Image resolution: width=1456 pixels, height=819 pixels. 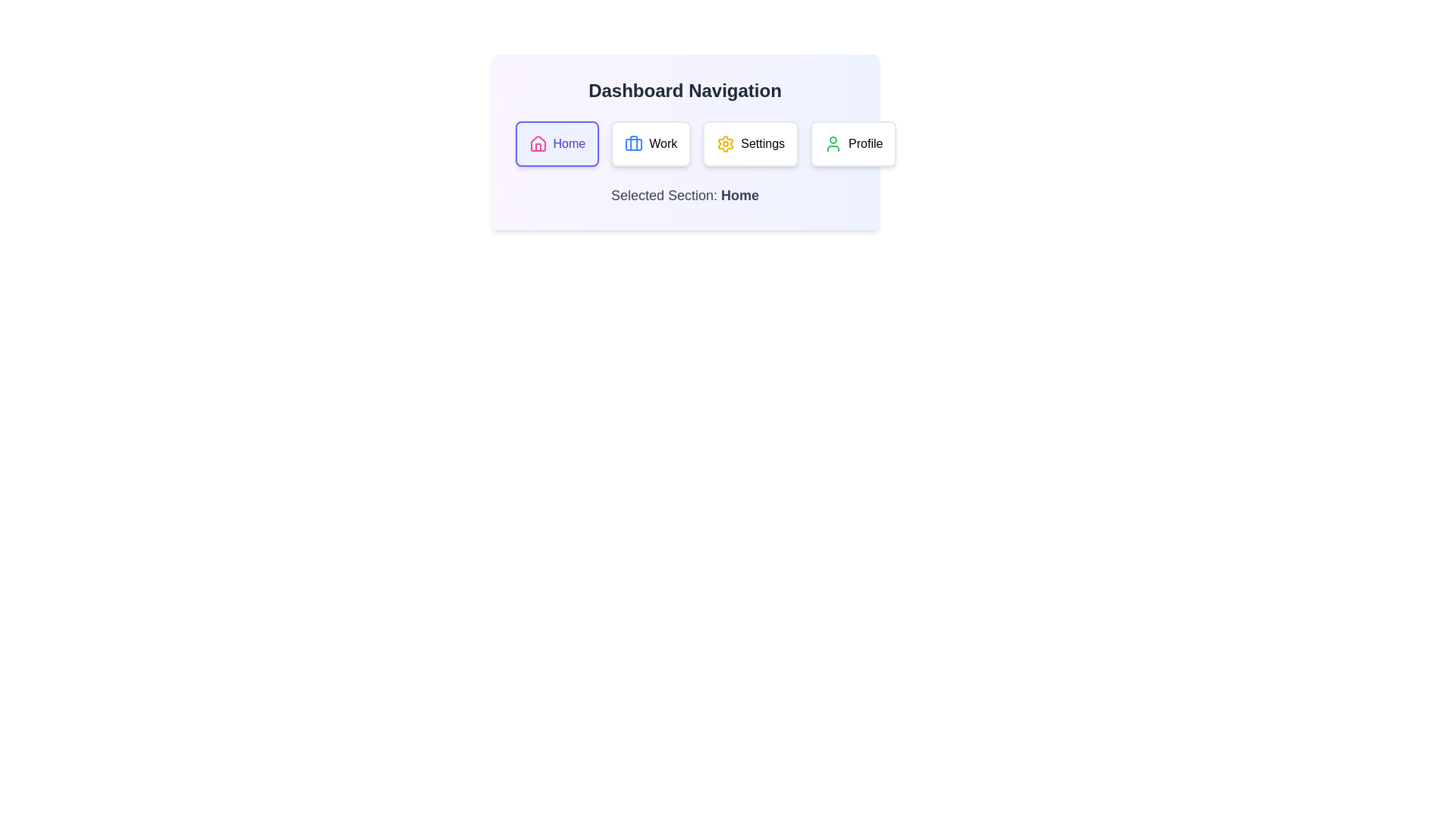 What do you see at coordinates (538, 143) in the screenshot?
I see `the 'Home' SVG Icon in the top-left corner of the navigation bar, which serves as a link to the main page of the application` at bounding box center [538, 143].